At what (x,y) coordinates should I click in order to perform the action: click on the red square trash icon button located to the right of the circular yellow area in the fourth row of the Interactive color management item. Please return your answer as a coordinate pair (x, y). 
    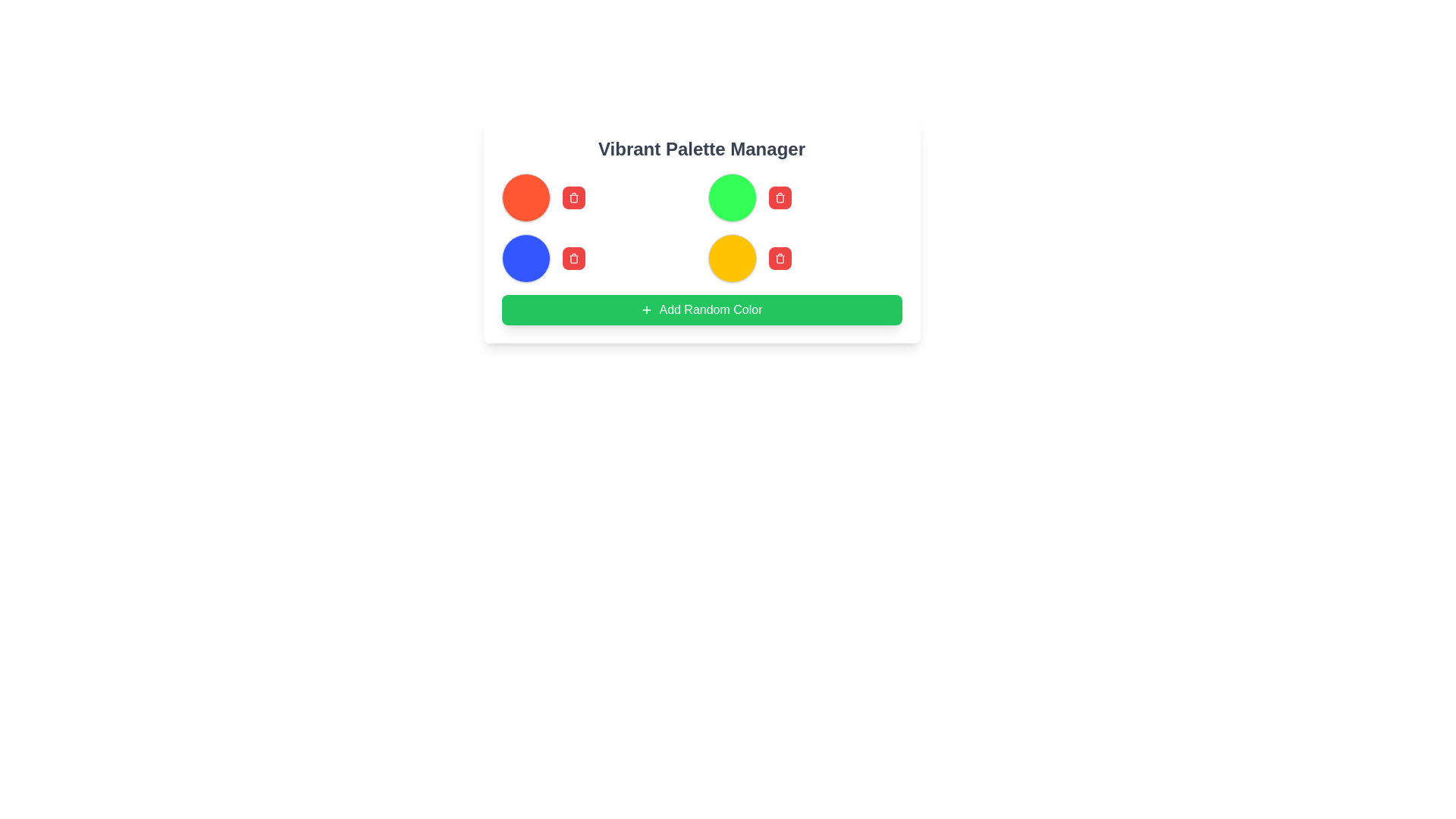
    Looking at the image, I should click on (804, 257).